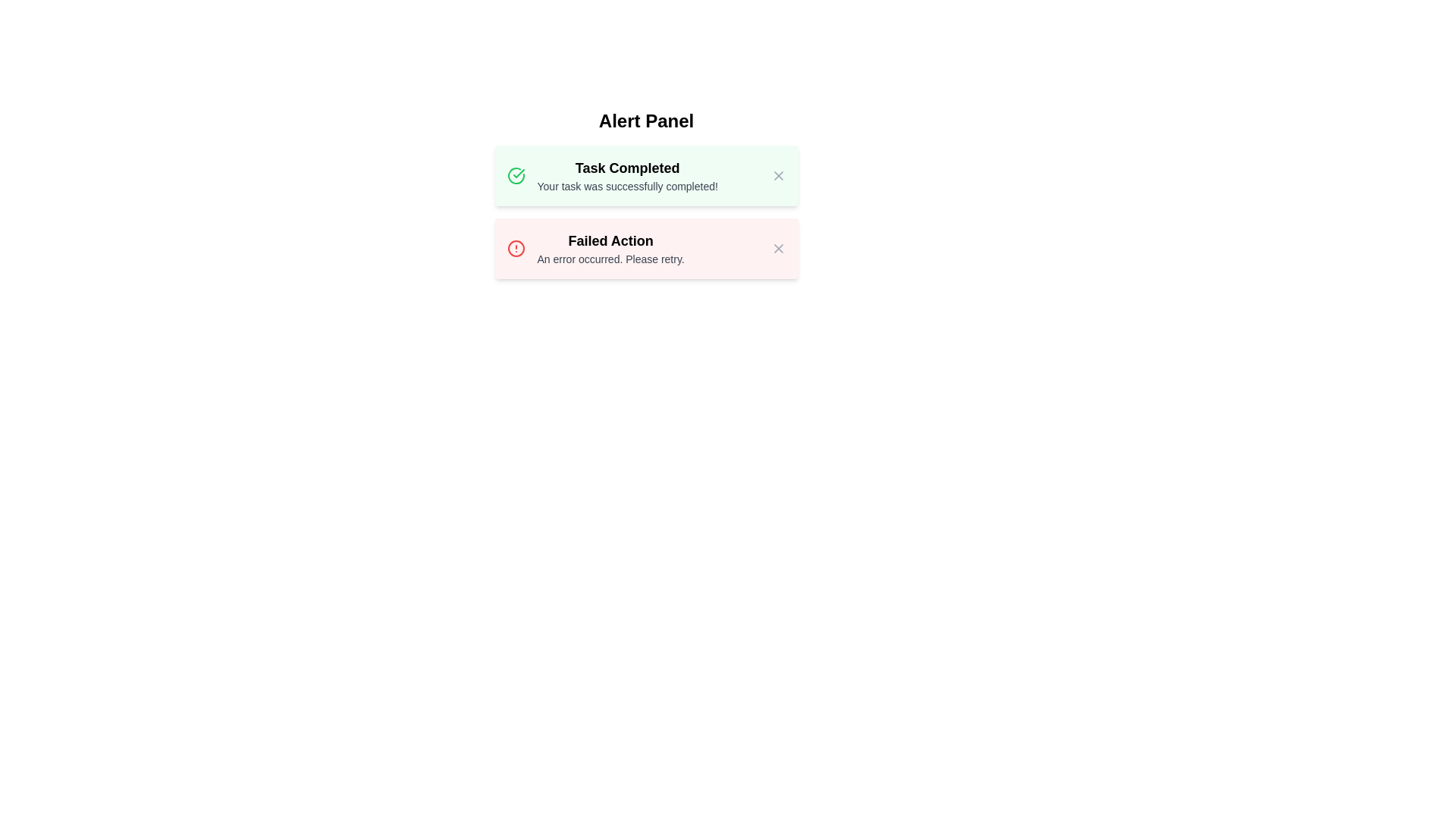  Describe the element at coordinates (516, 174) in the screenshot. I see `the circular green-bordered icon with a checkmark, located to the left of the 'Task Completed' heading in the notification panel` at that location.